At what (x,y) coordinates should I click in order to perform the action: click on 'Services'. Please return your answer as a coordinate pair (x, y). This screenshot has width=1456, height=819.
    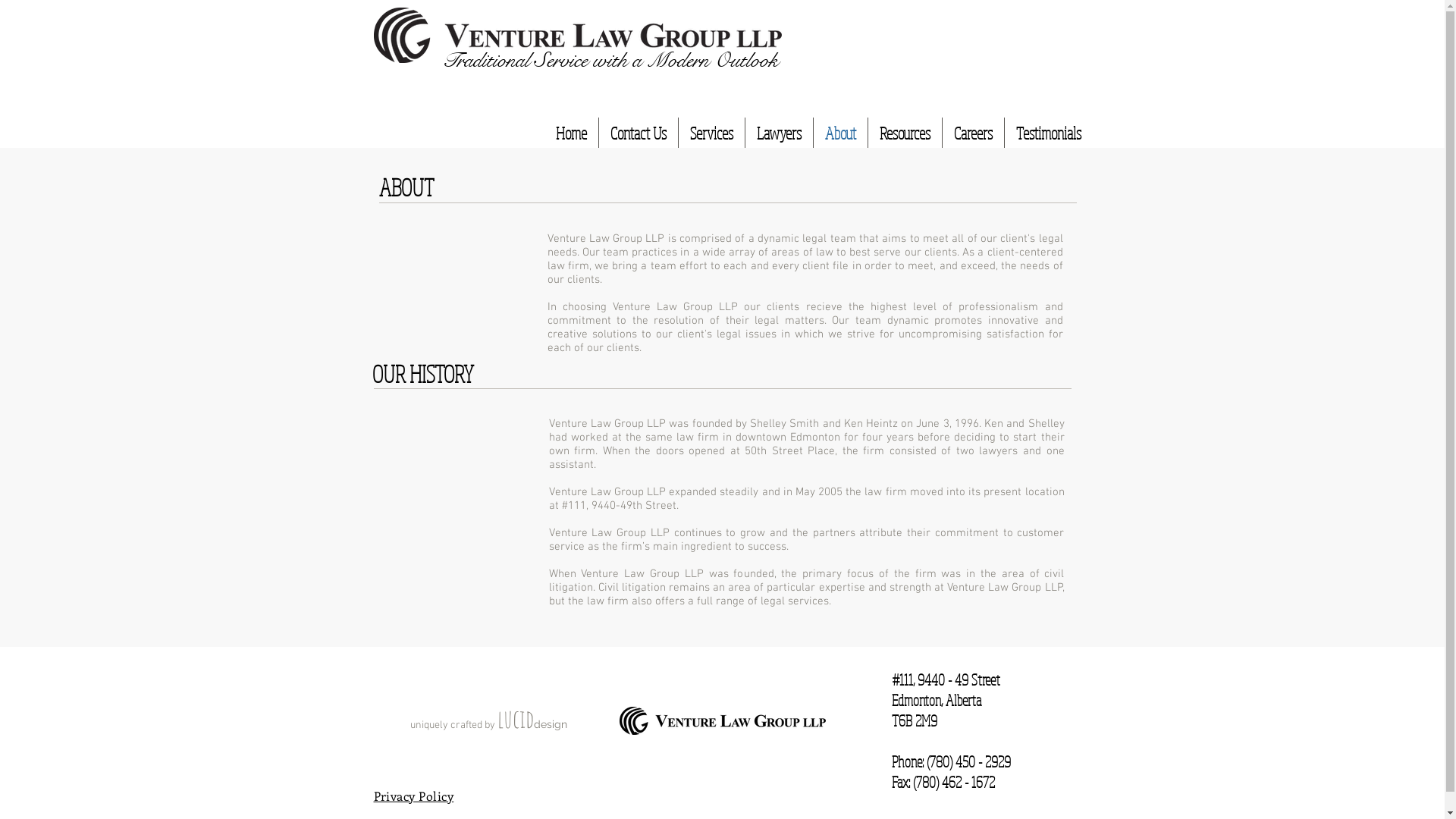
    Looking at the image, I should click on (710, 131).